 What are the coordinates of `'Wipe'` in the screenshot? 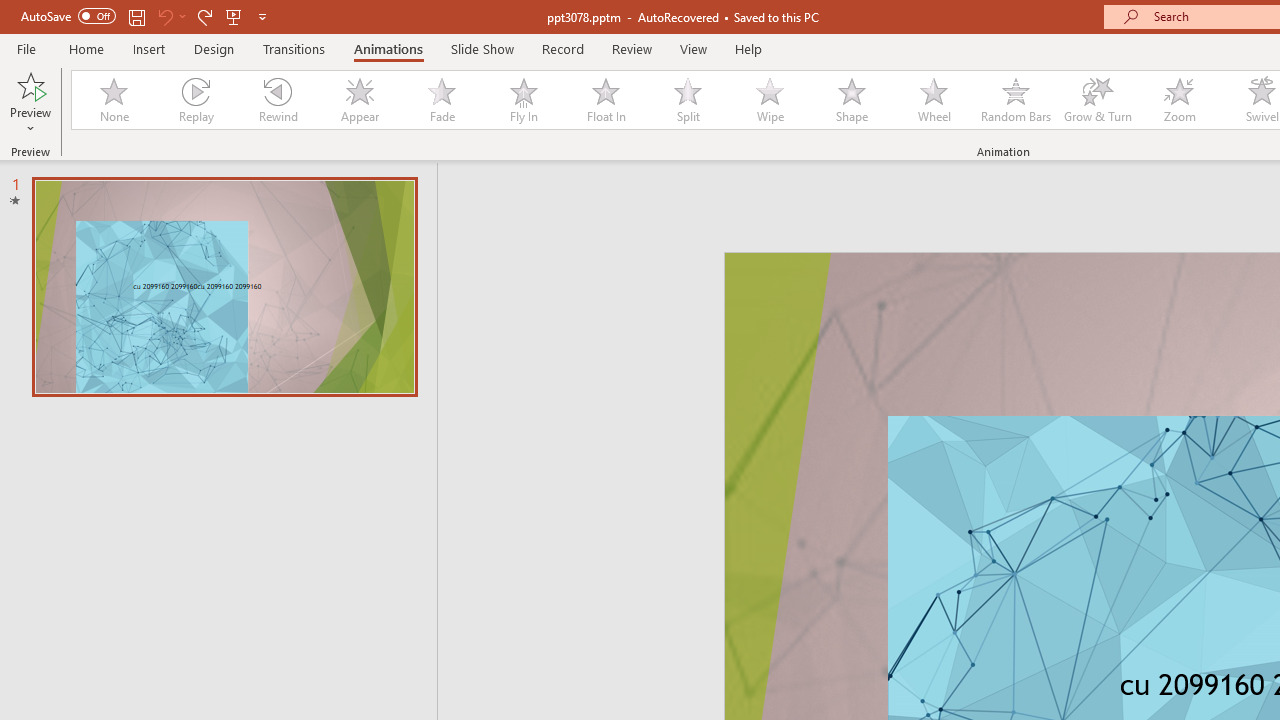 It's located at (769, 100).